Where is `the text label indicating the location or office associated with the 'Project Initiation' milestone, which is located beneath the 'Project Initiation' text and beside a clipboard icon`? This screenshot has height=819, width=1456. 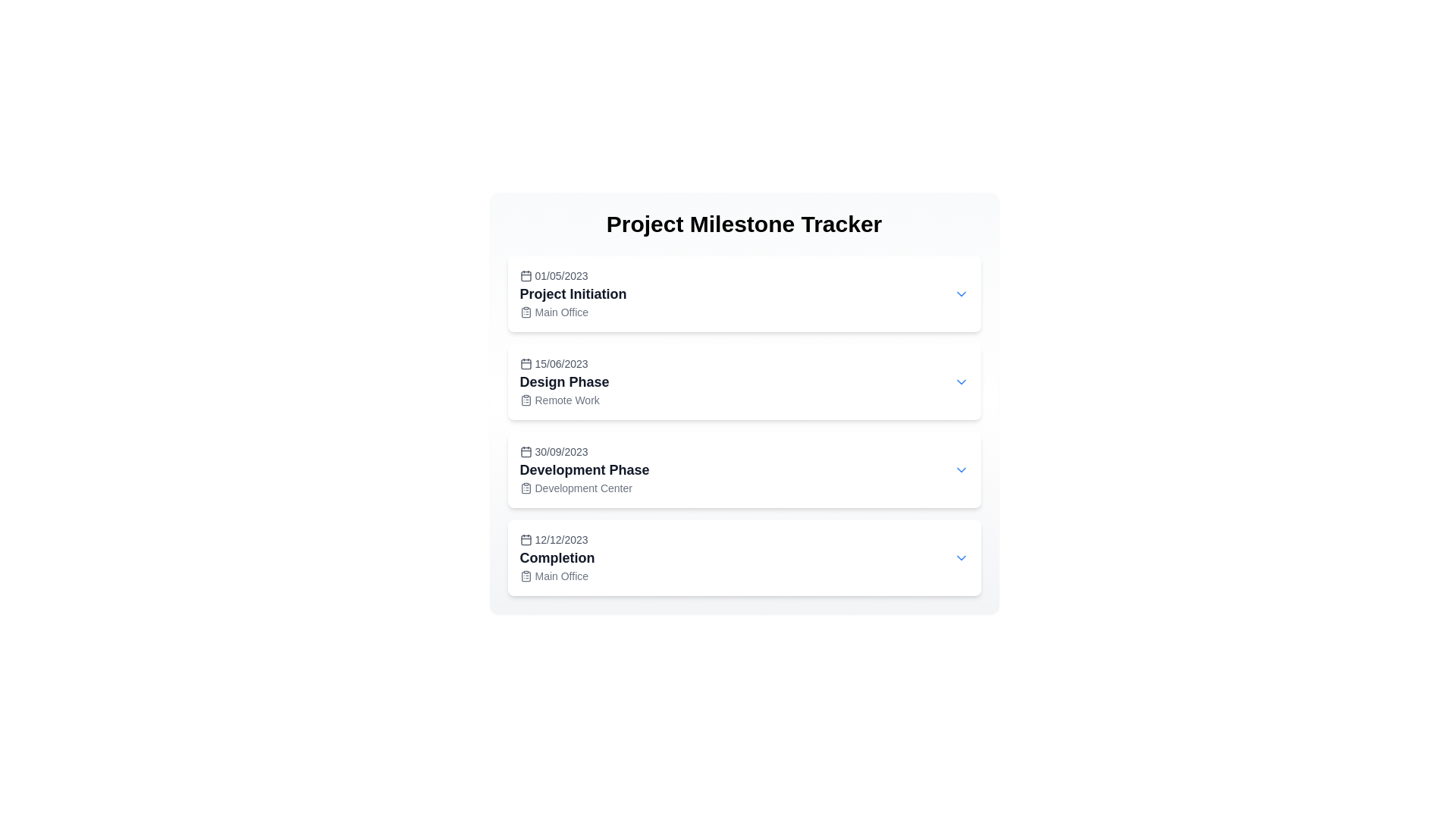
the text label indicating the location or office associated with the 'Project Initiation' milestone, which is located beneath the 'Project Initiation' text and beside a clipboard icon is located at coordinates (573, 312).